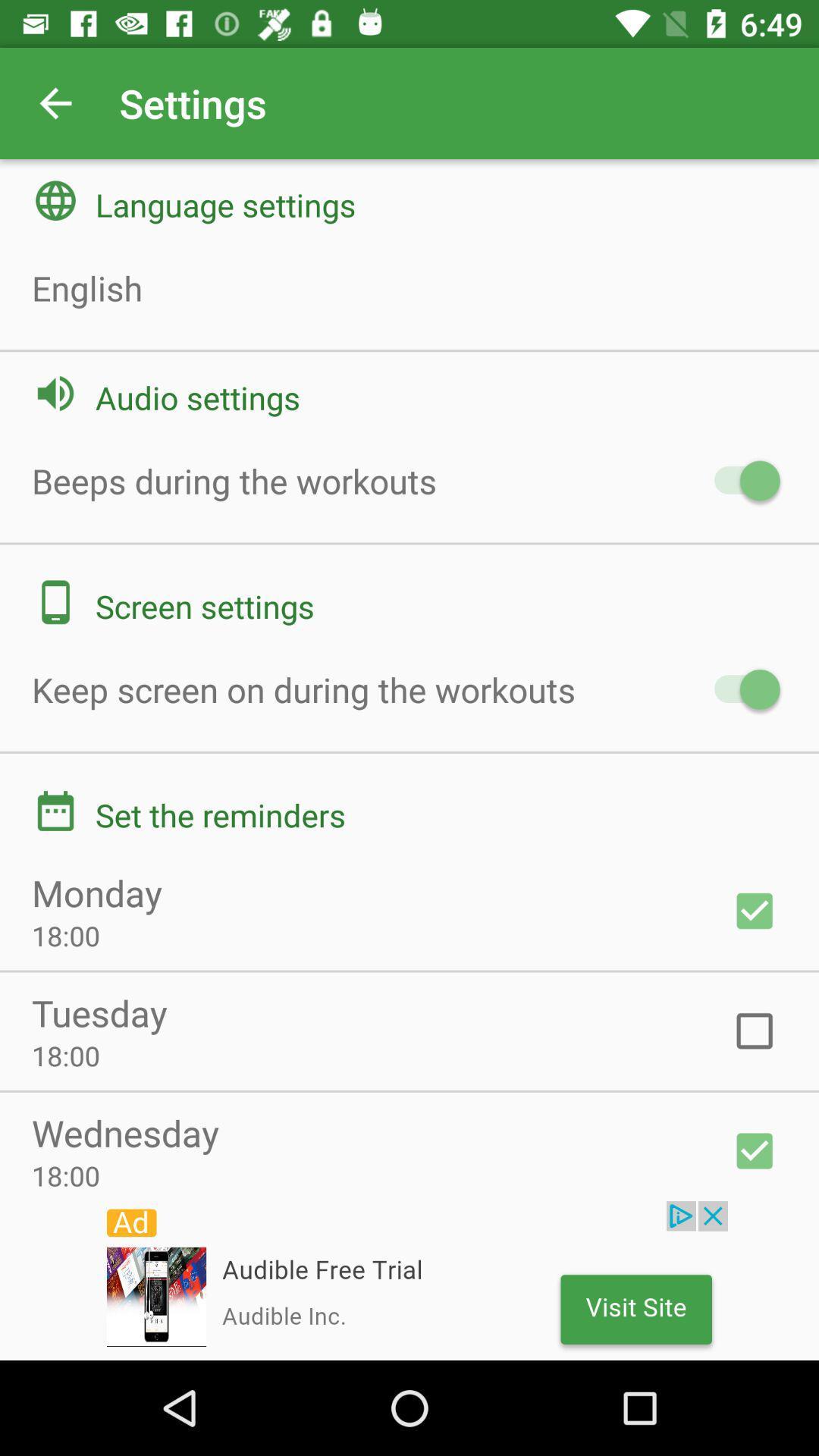 This screenshot has height=1456, width=819. Describe the element at coordinates (755, 910) in the screenshot. I see `tick option` at that location.